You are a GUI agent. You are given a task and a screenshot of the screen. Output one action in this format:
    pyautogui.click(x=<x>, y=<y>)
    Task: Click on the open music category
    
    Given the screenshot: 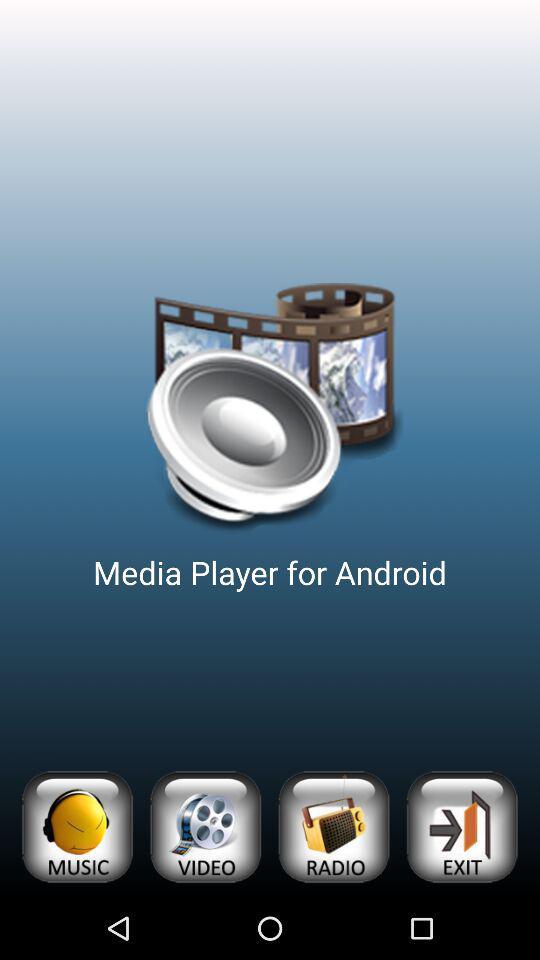 What is the action you would take?
    pyautogui.click(x=76, y=827)
    